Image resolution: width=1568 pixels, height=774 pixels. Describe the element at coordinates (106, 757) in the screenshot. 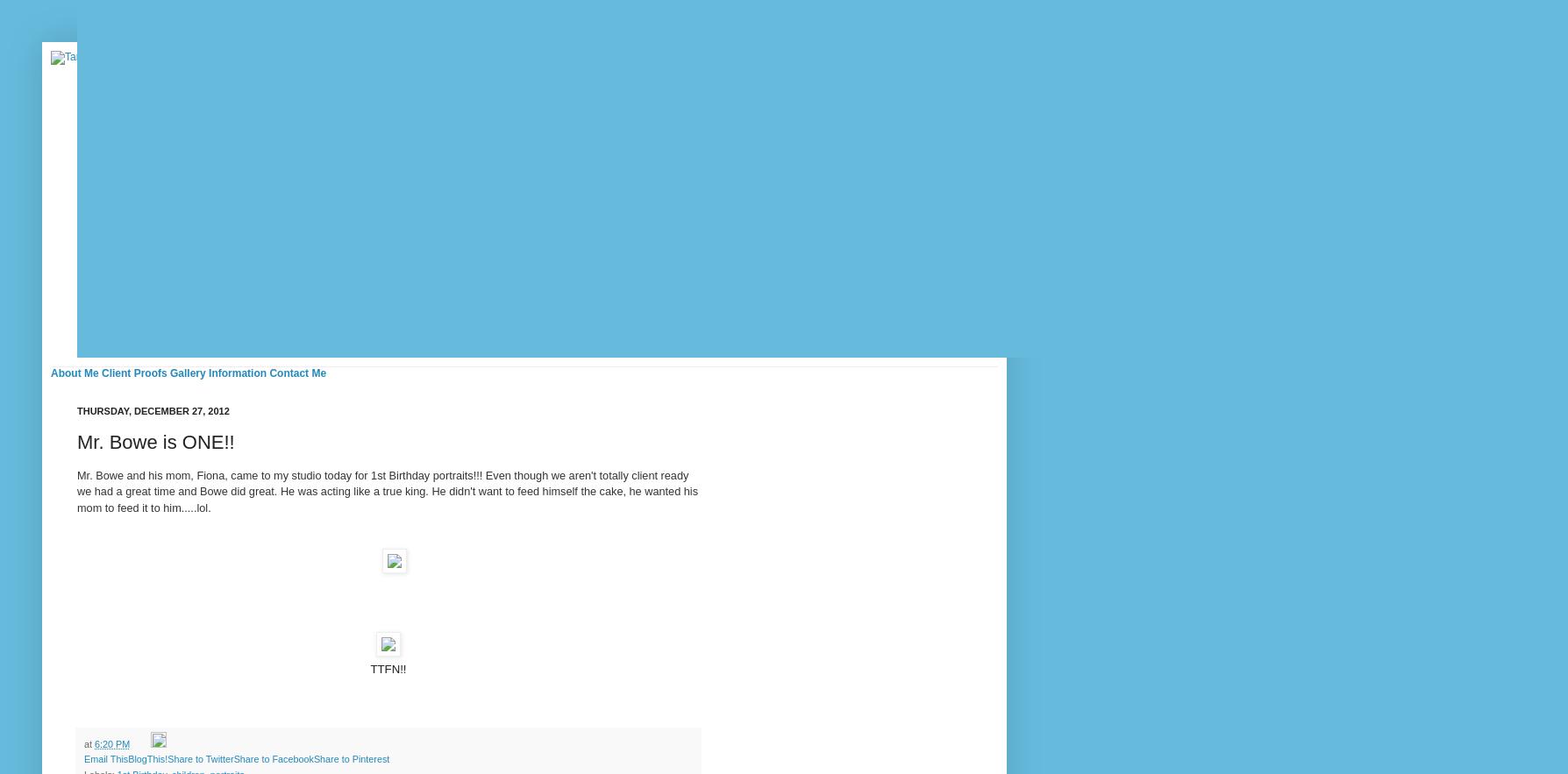

I see `'Email This'` at that location.